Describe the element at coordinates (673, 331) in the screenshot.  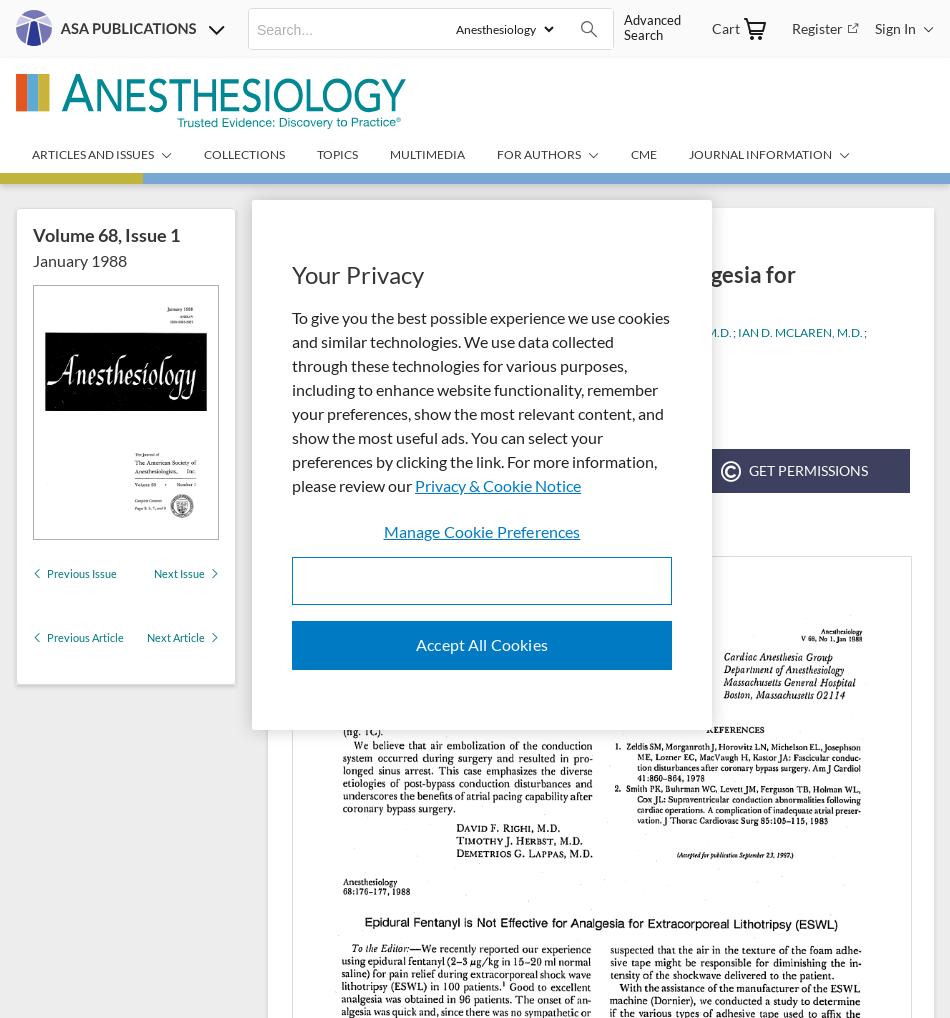
I see `'BRUCE CRIDER, M.D.'` at that location.